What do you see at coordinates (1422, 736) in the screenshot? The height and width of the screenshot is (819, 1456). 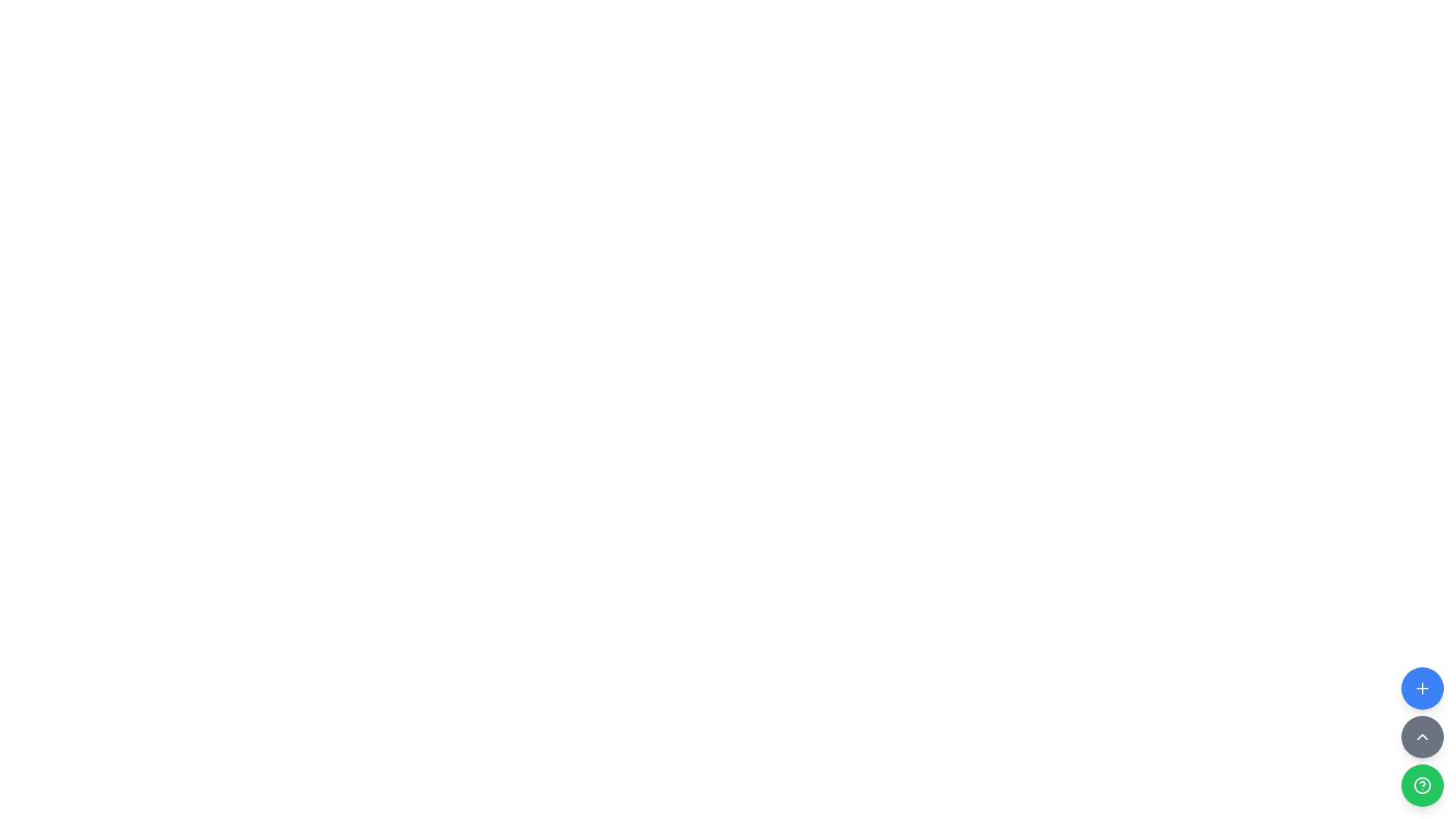 I see `the second button in a vertical sequence of three buttons located at the bottom-right corner of the UI, positioned between a blue button with a '+' symbol above and a green button with a '?' symbol below` at bounding box center [1422, 736].